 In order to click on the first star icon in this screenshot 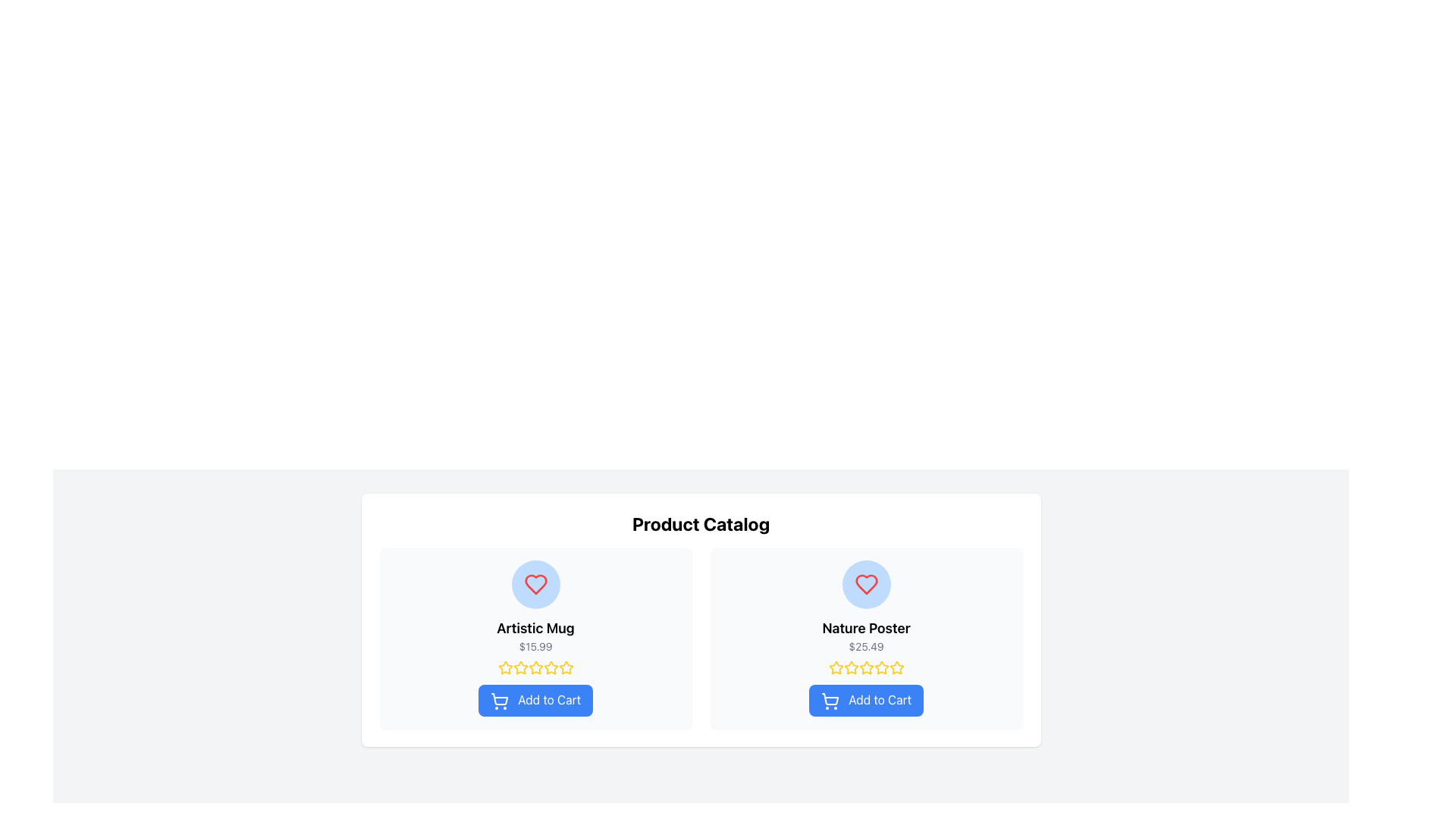, I will do `click(505, 667)`.